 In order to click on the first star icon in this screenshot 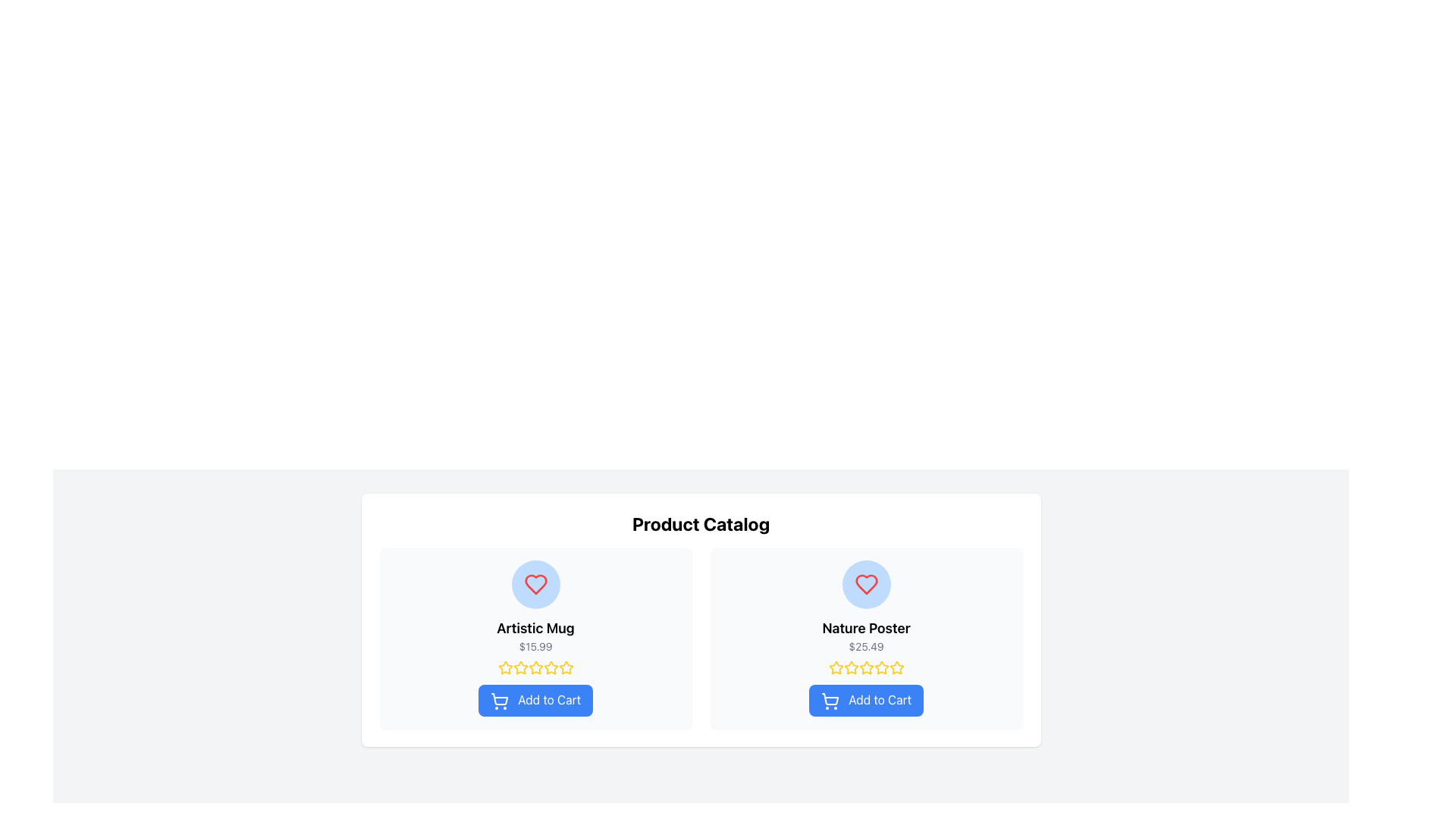, I will do `click(505, 667)`.